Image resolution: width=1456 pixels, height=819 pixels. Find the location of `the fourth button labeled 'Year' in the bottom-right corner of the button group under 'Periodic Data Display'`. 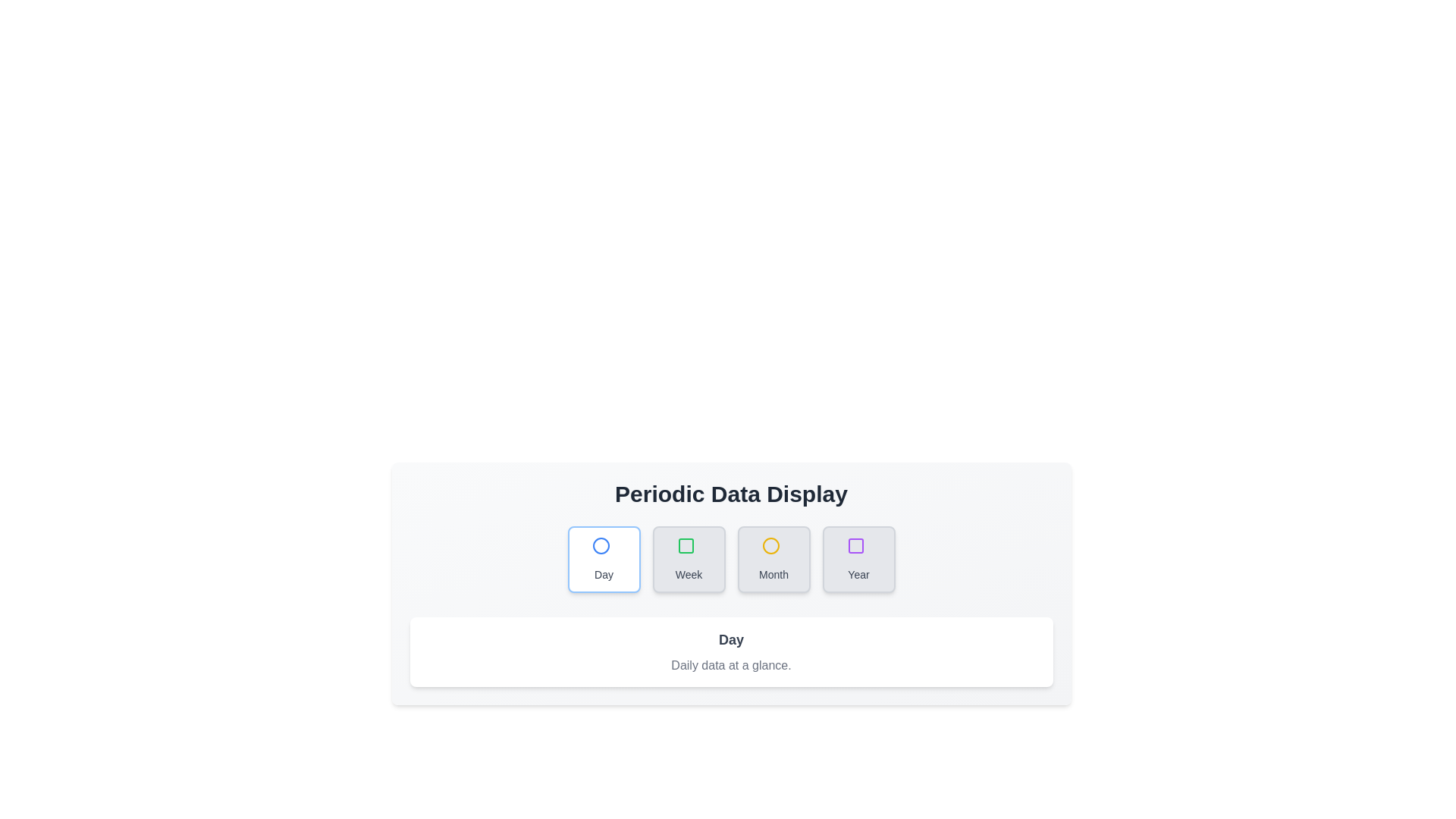

the fourth button labeled 'Year' in the bottom-right corner of the button group under 'Periodic Data Display' is located at coordinates (858, 559).